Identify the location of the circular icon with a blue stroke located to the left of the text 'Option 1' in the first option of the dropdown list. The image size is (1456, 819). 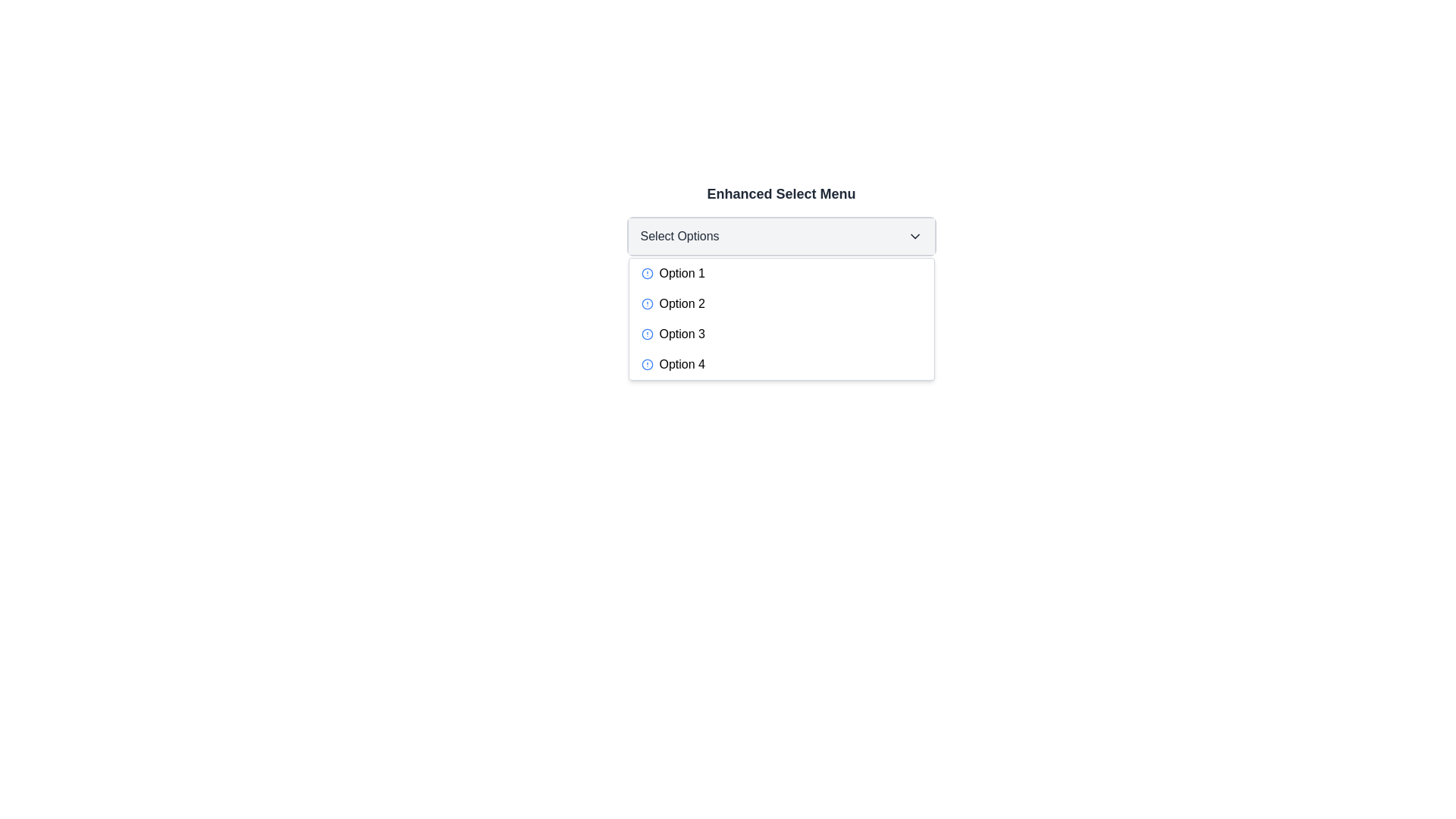
(647, 274).